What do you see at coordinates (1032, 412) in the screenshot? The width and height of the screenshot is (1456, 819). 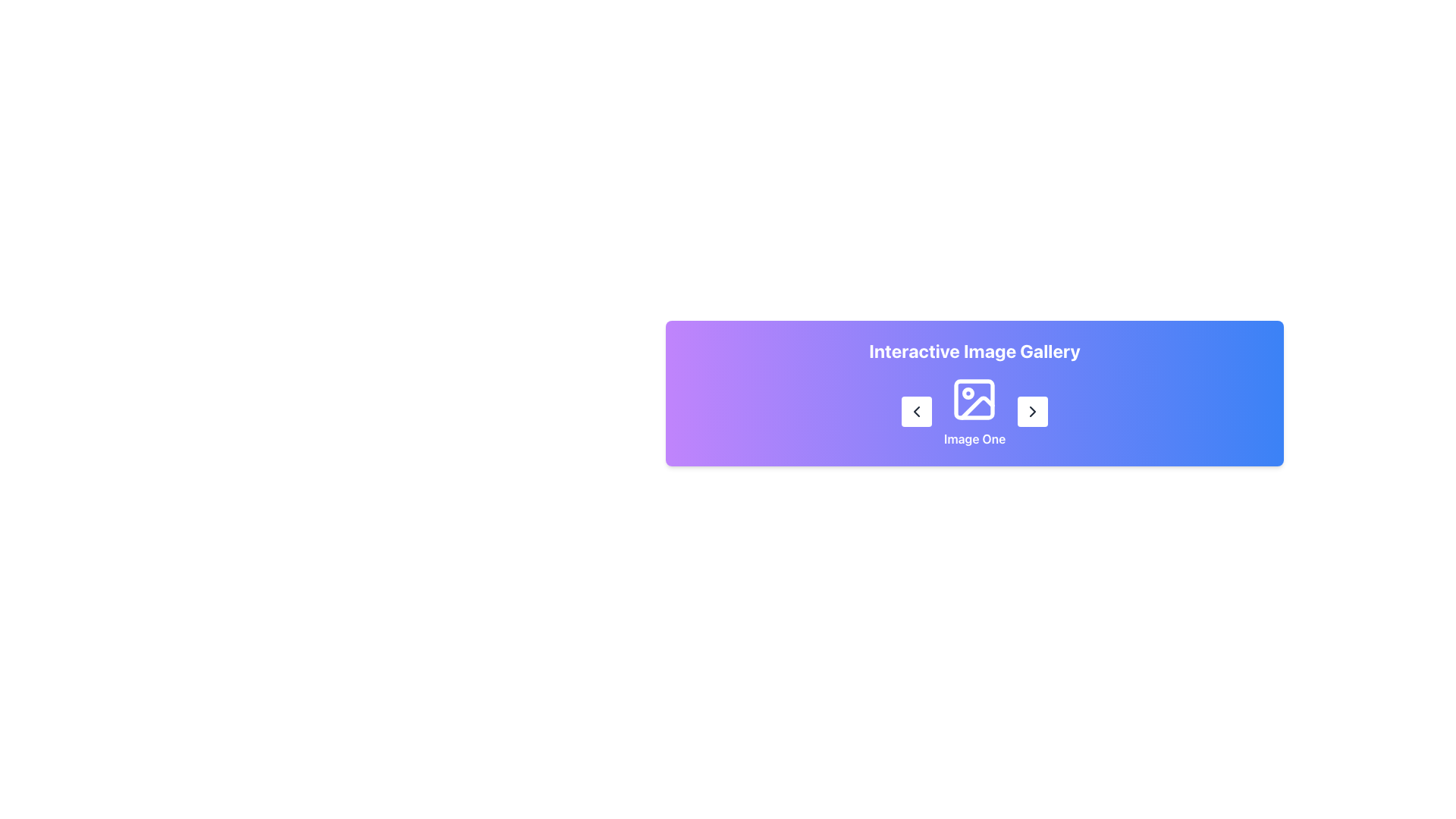 I see `the right navigation button, which is a rounded button with a white background and a right-pointing arrow icon, located to the right of the 'Image One' text and icon` at bounding box center [1032, 412].